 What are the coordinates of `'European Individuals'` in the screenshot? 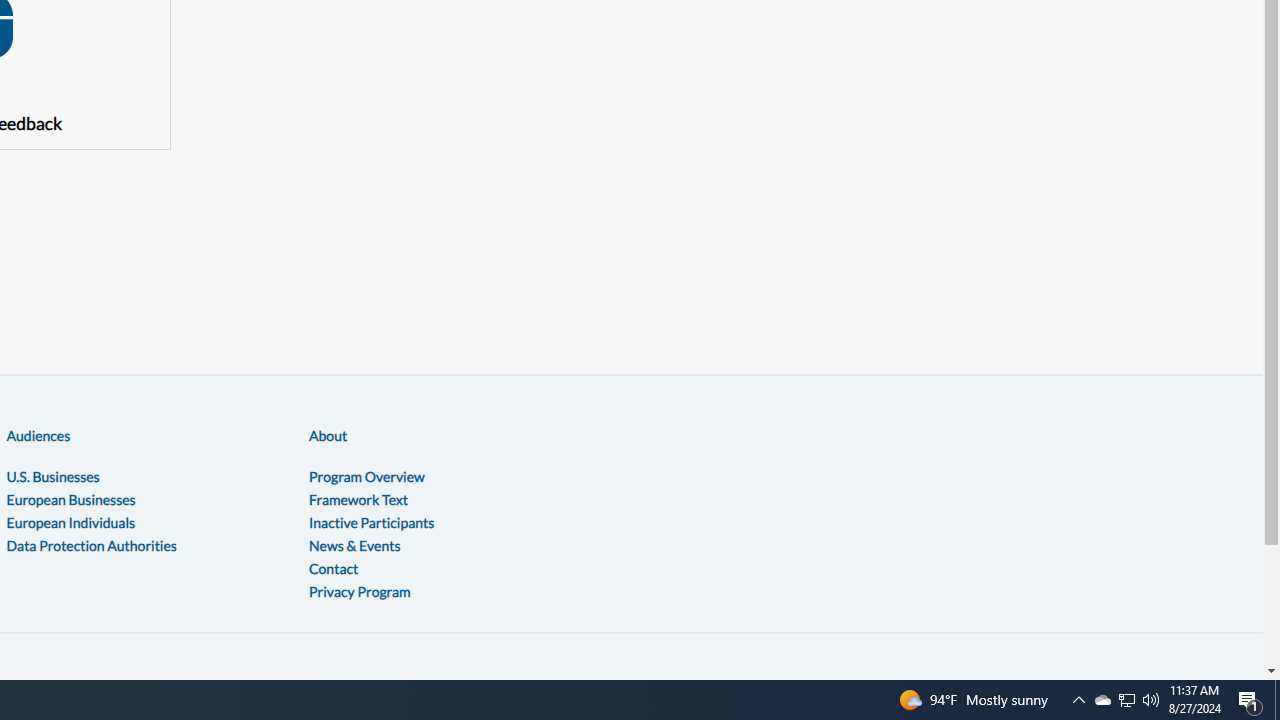 It's located at (71, 521).